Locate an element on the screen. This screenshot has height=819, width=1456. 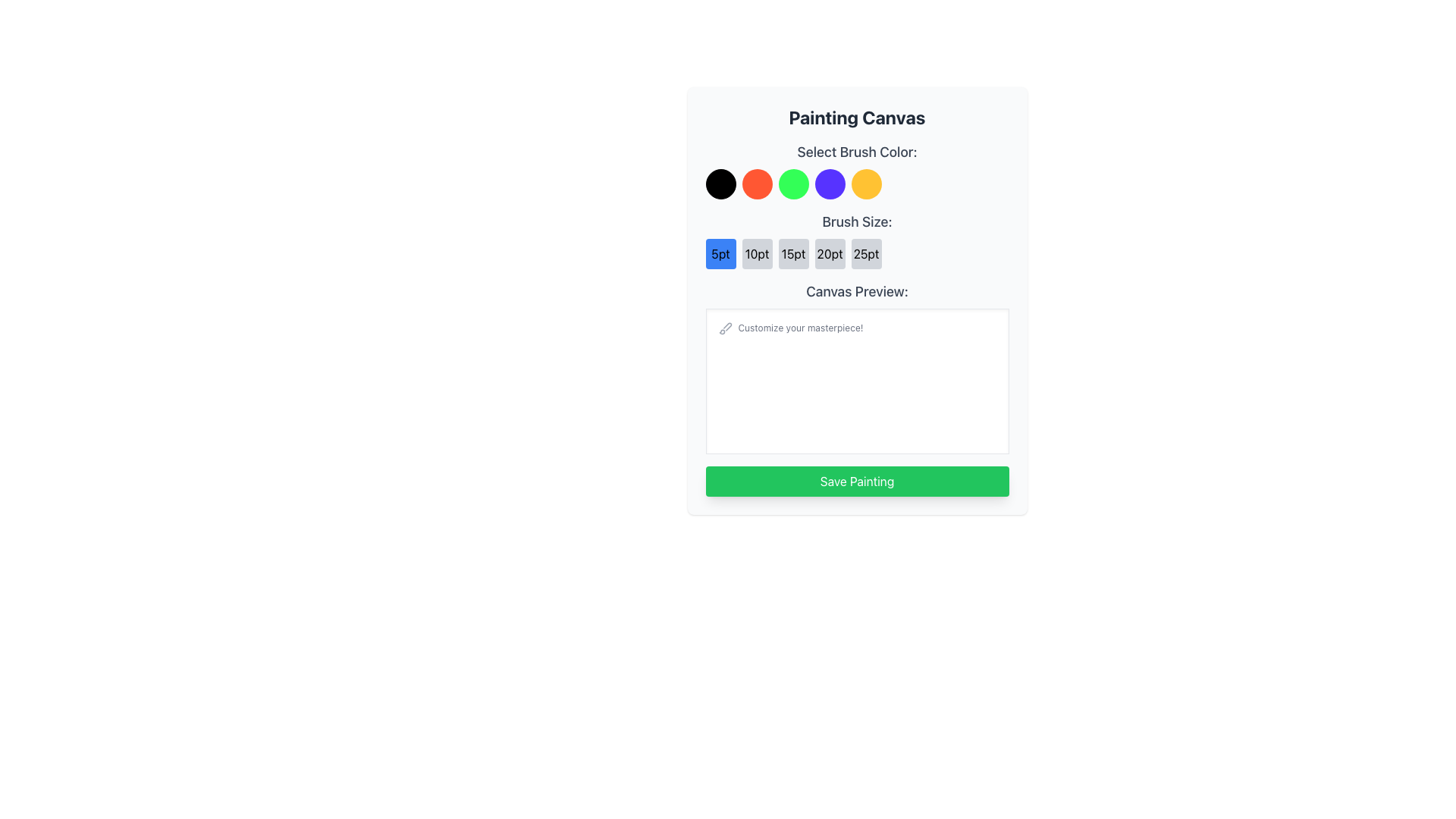
the '25pt' button, which is the last in a group of brush size buttons beneath the 'Brush Size:' label in the 'Painting Canvas' panel is located at coordinates (866, 253).